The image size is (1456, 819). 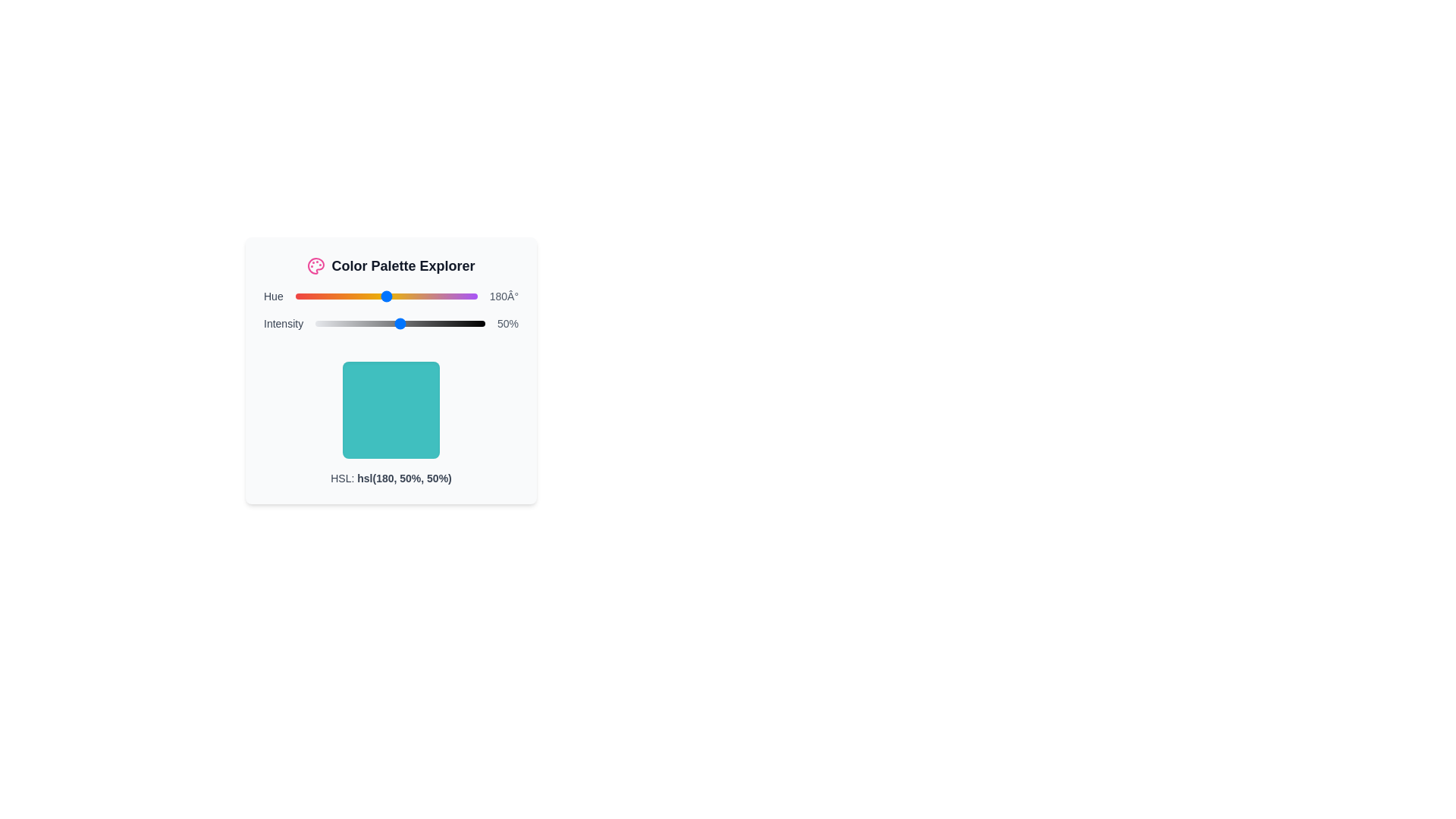 I want to click on the intensity slider to set the intensity to 19%, so click(x=347, y=323).